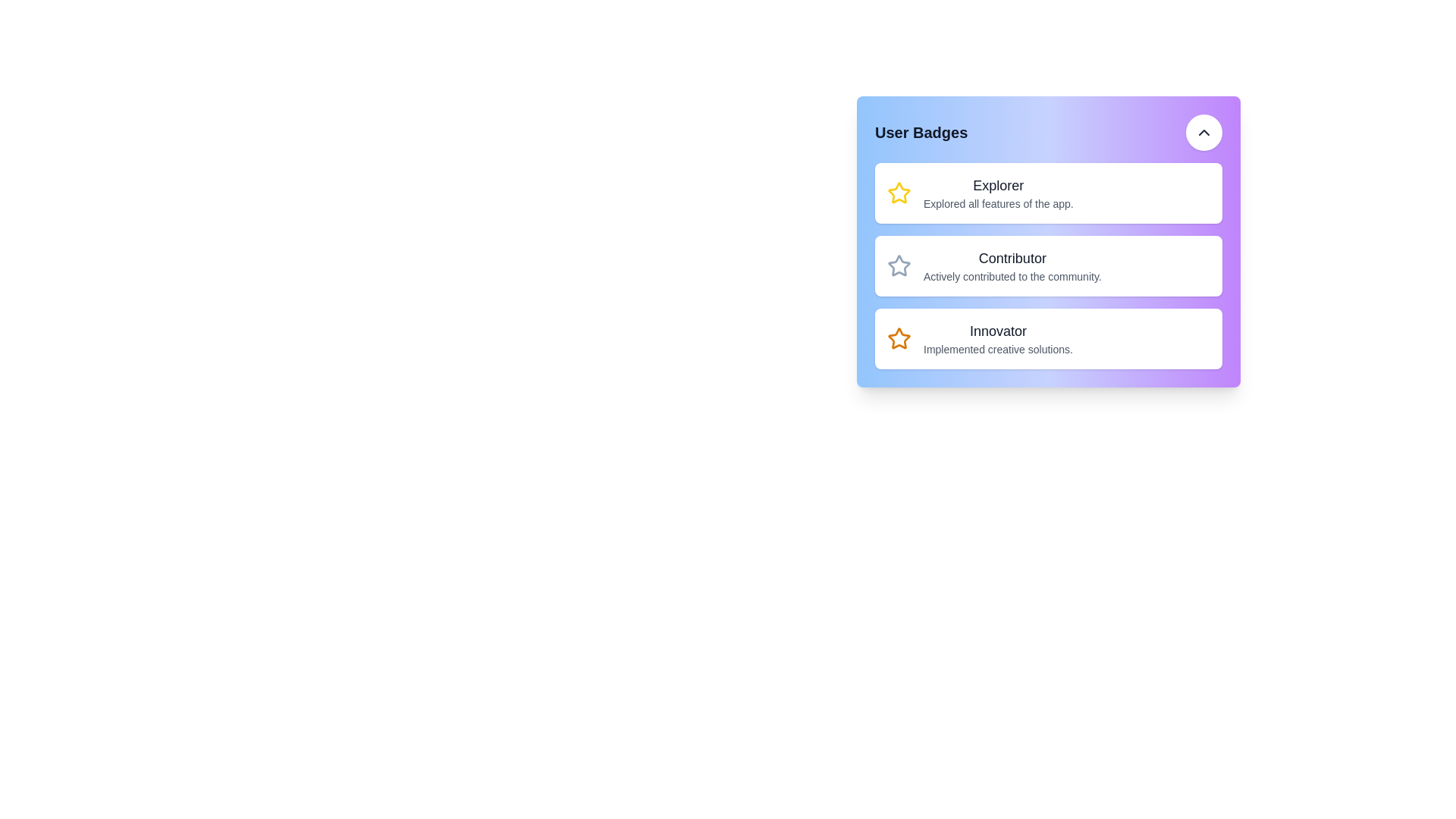 The image size is (1456, 819). I want to click on the graphic icon representing a star badge for the 'Innovator' achievement located in the 'User Badges' section, so click(899, 338).